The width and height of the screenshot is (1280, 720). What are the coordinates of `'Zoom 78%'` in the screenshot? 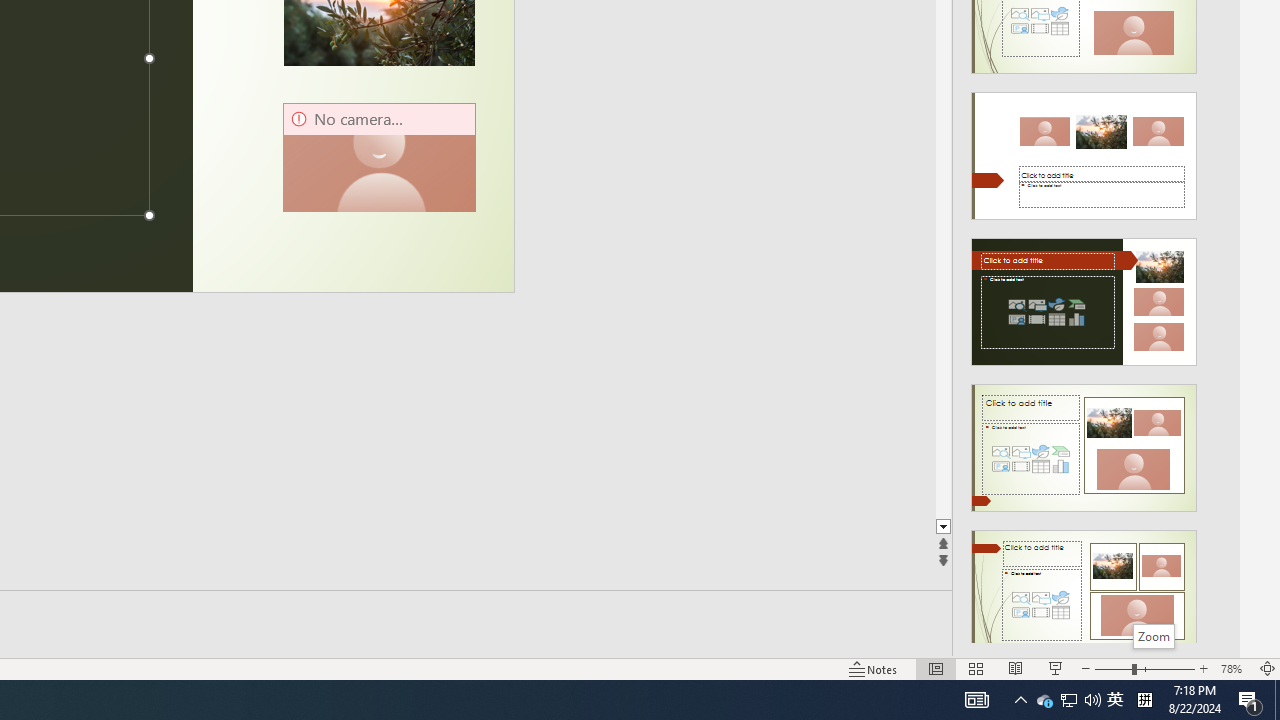 It's located at (1233, 669).